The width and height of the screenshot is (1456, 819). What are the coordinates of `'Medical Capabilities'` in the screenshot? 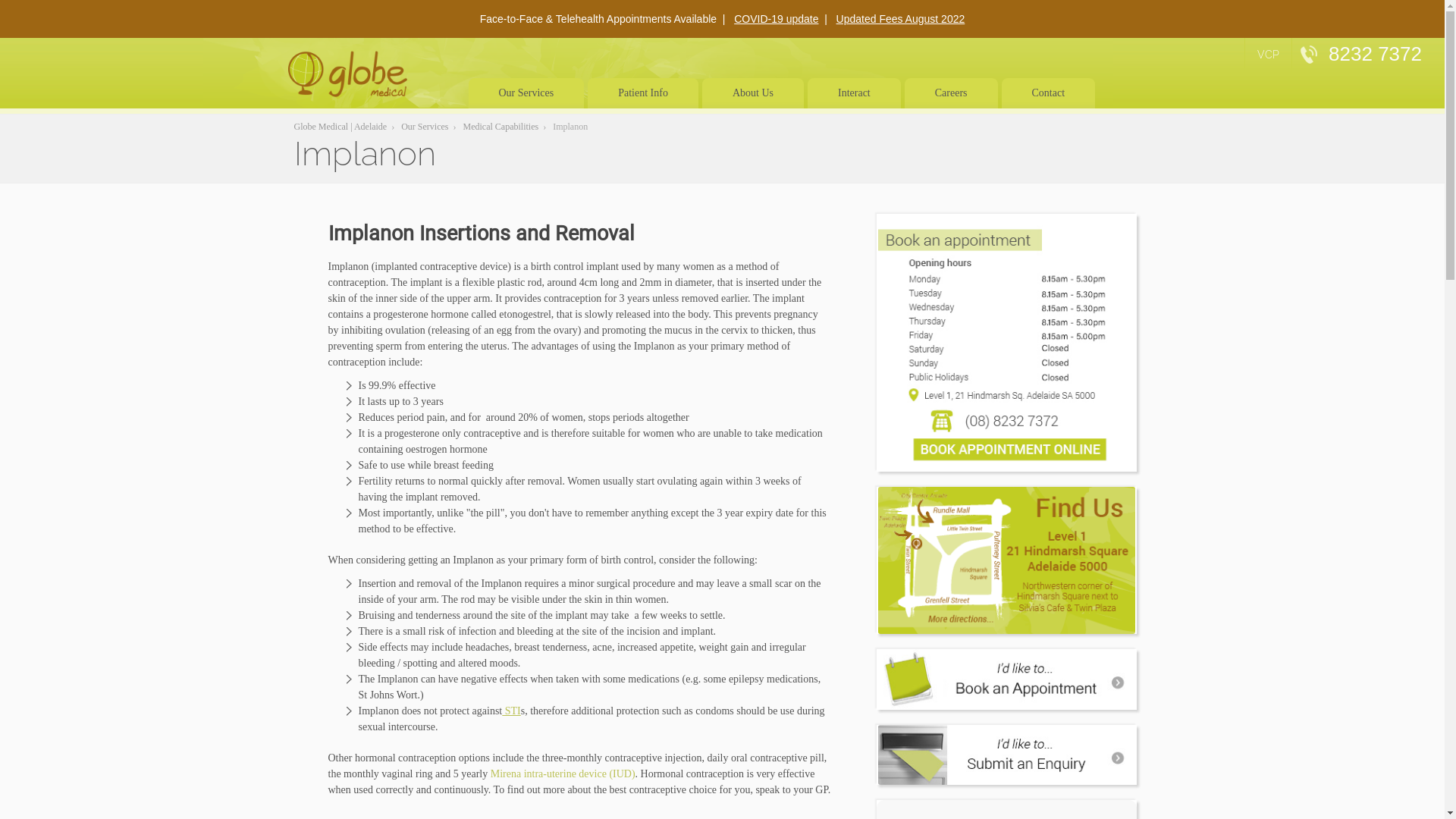 It's located at (501, 125).